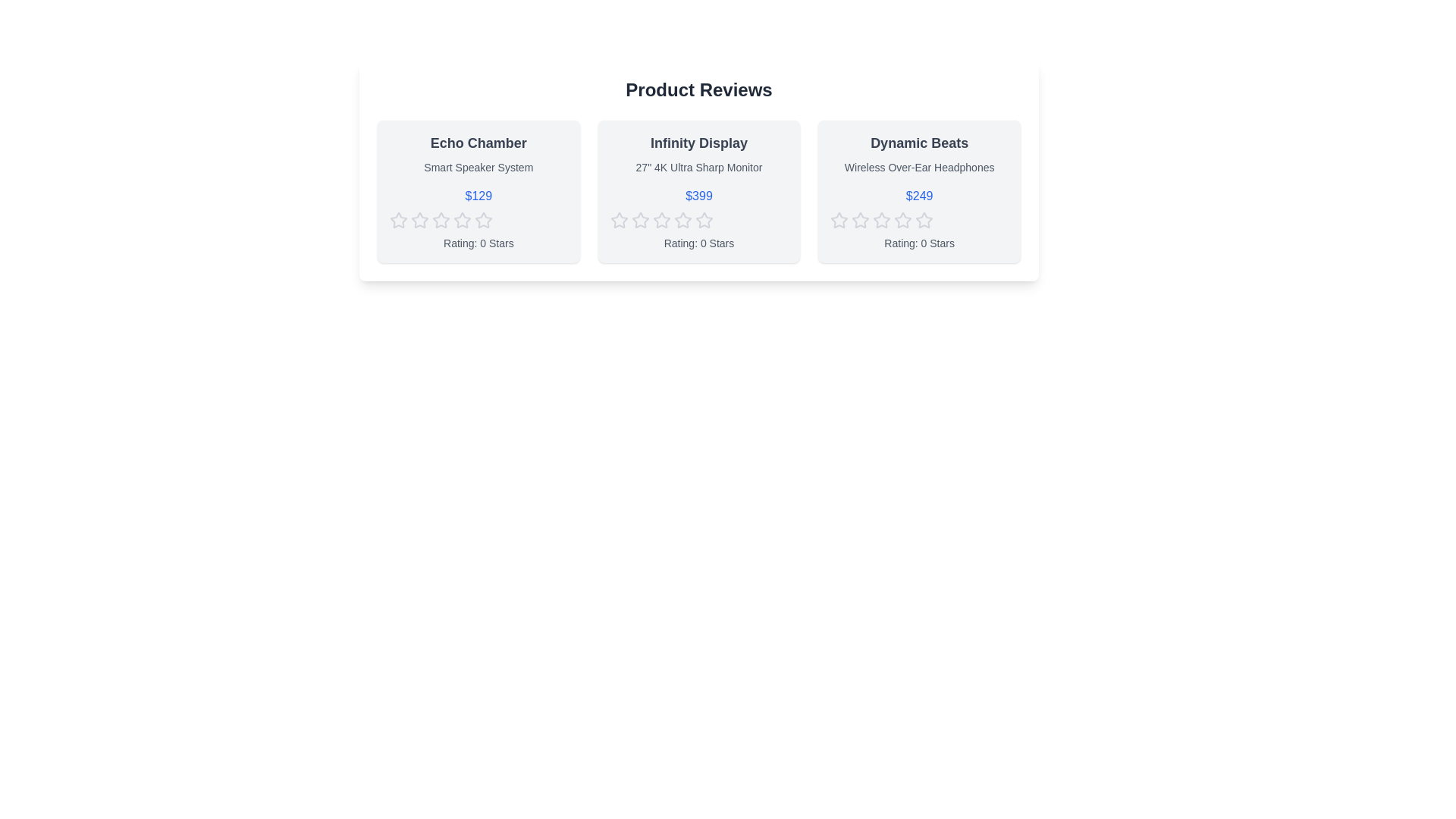  What do you see at coordinates (698, 191) in the screenshot?
I see `the price of the Product information card, which is centrally located in the grid layout` at bounding box center [698, 191].